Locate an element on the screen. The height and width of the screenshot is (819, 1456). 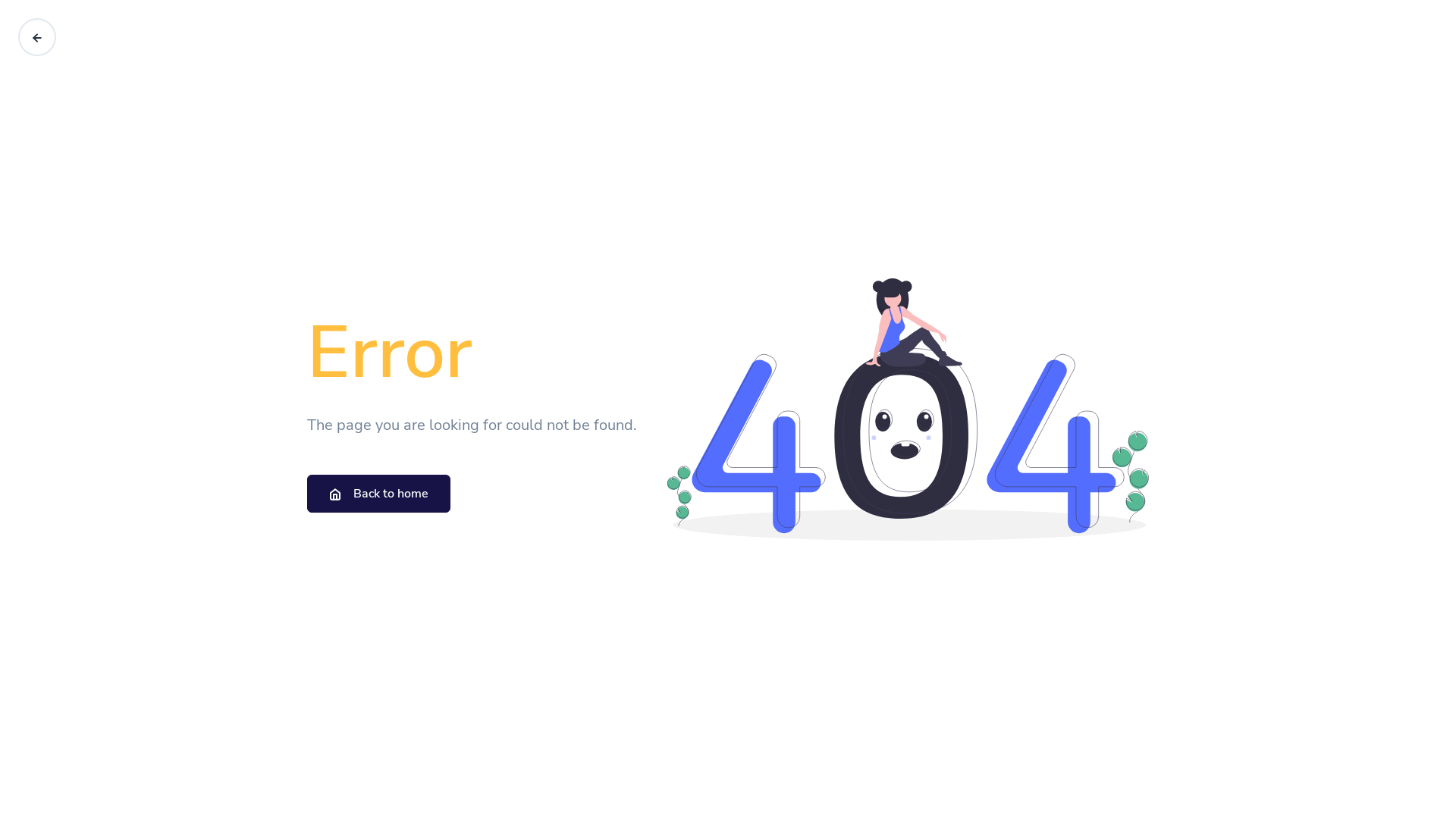
'Back to home' is located at coordinates (378, 494).